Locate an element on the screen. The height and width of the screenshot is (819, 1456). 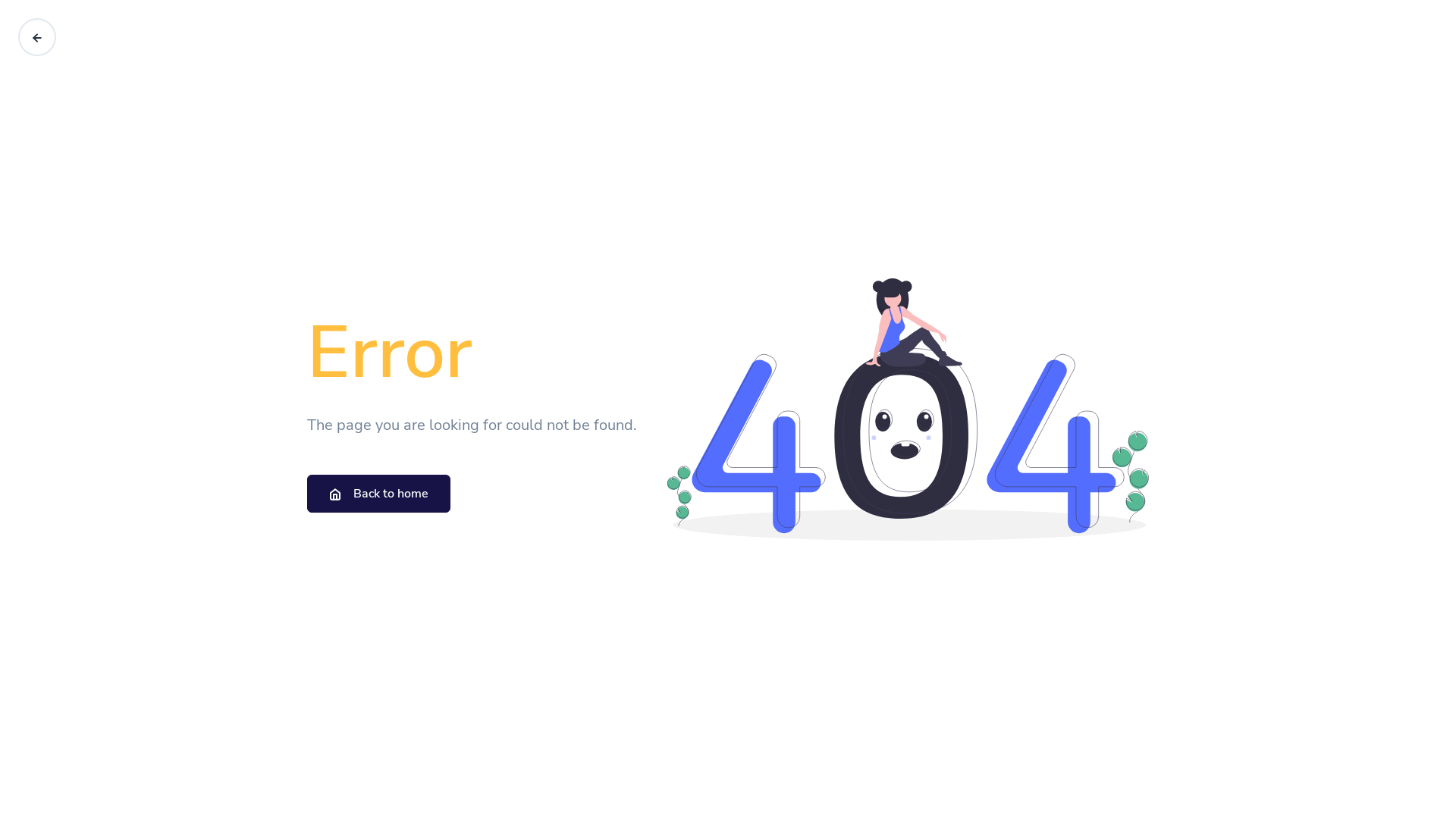
'Back to home' is located at coordinates (378, 494).